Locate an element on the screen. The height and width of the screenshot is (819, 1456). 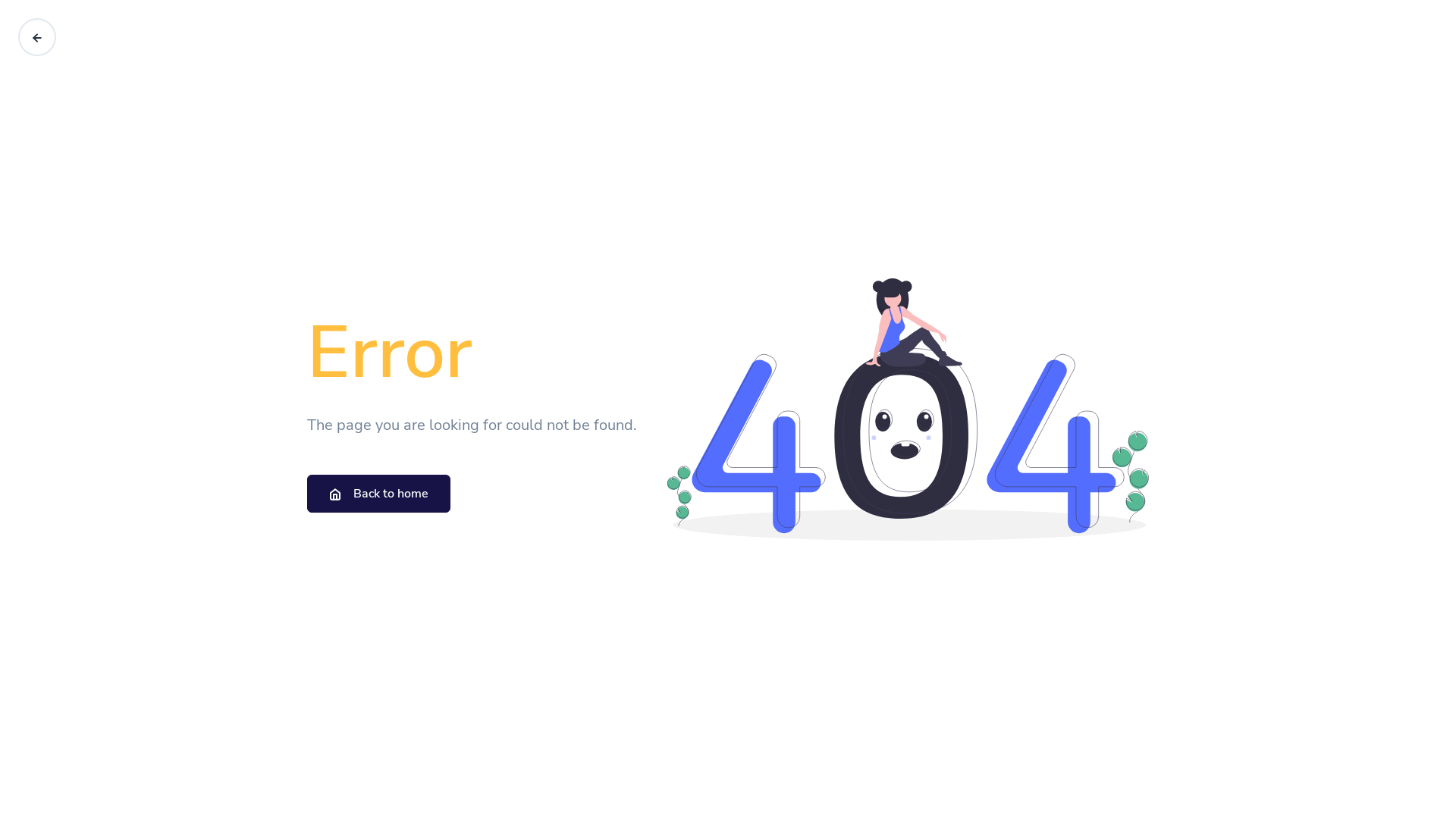
'Back to home' is located at coordinates (378, 494).